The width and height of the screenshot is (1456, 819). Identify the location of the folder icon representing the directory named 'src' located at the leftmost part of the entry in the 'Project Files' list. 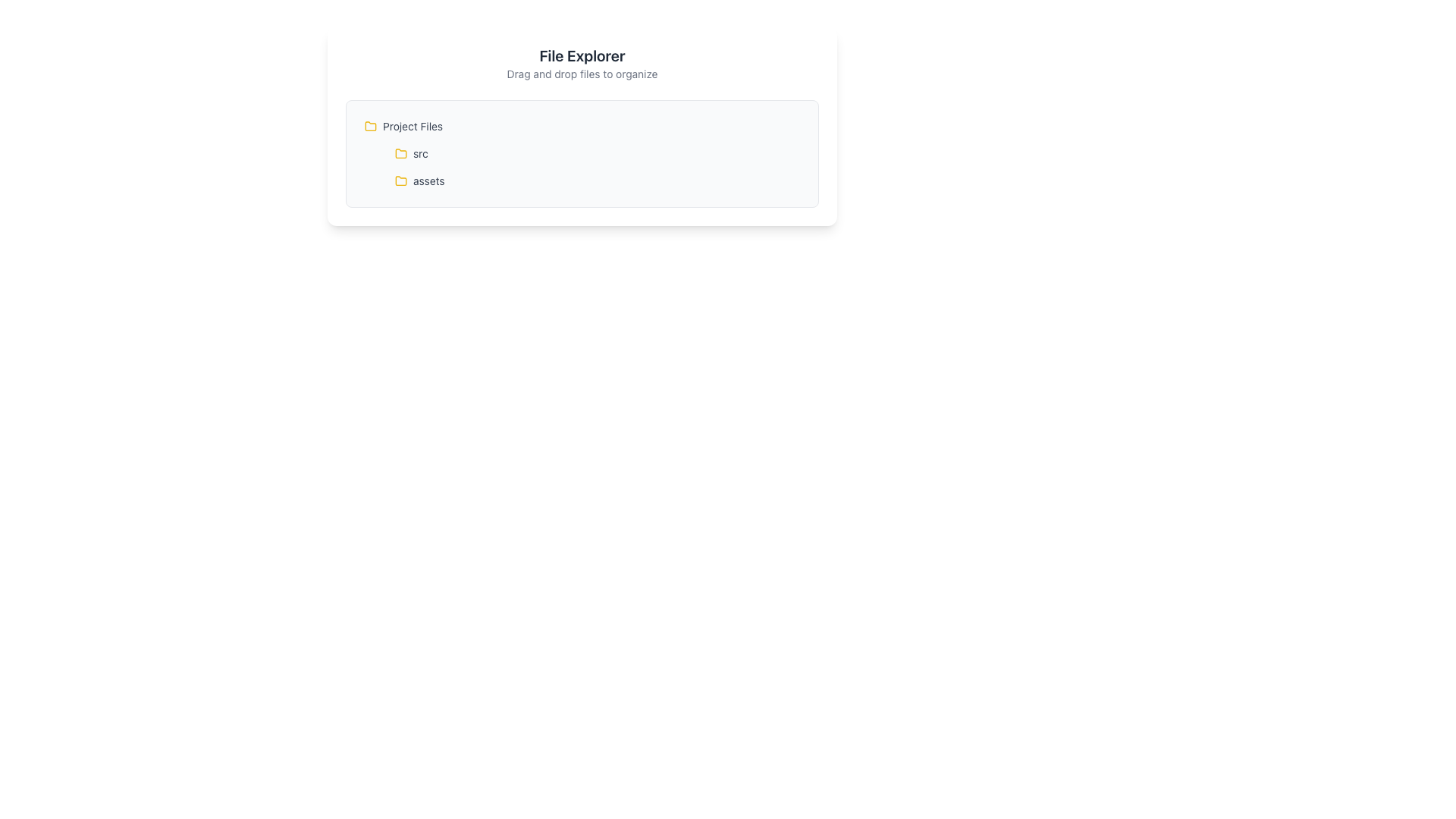
(400, 154).